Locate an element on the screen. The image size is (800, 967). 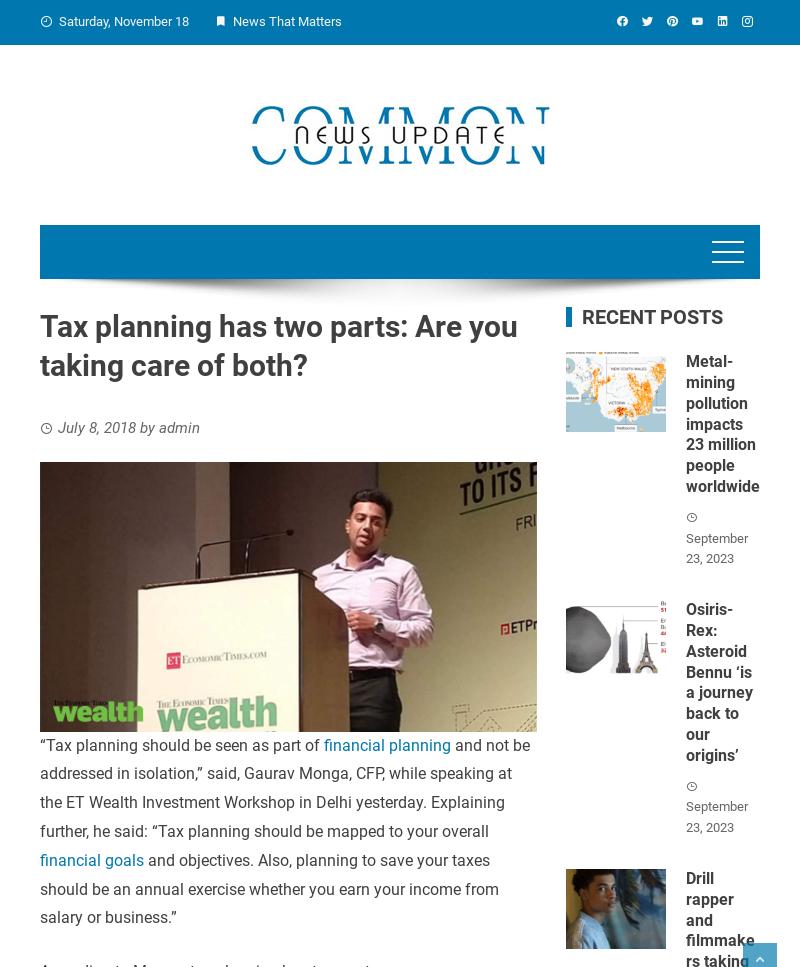
'admin' is located at coordinates (178, 426).